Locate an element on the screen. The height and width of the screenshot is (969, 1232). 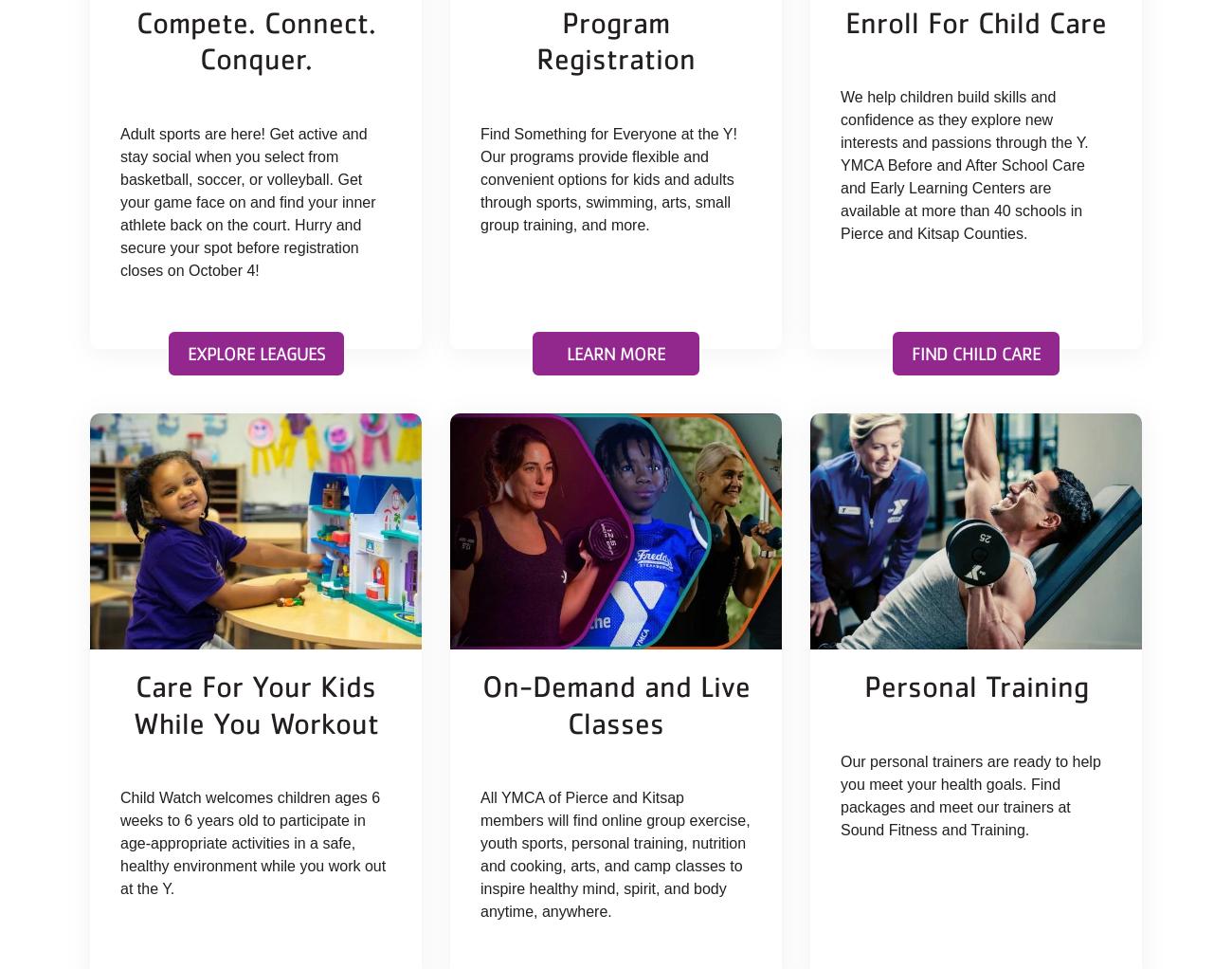
'Adult sports are here! Get active and stay social when you select from basketball, soccer, or volleyball. Get your game face on and find your inner athlete back on the court. Hurry and secure your spot before registration closes on October 4!' is located at coordinates (119, 201).